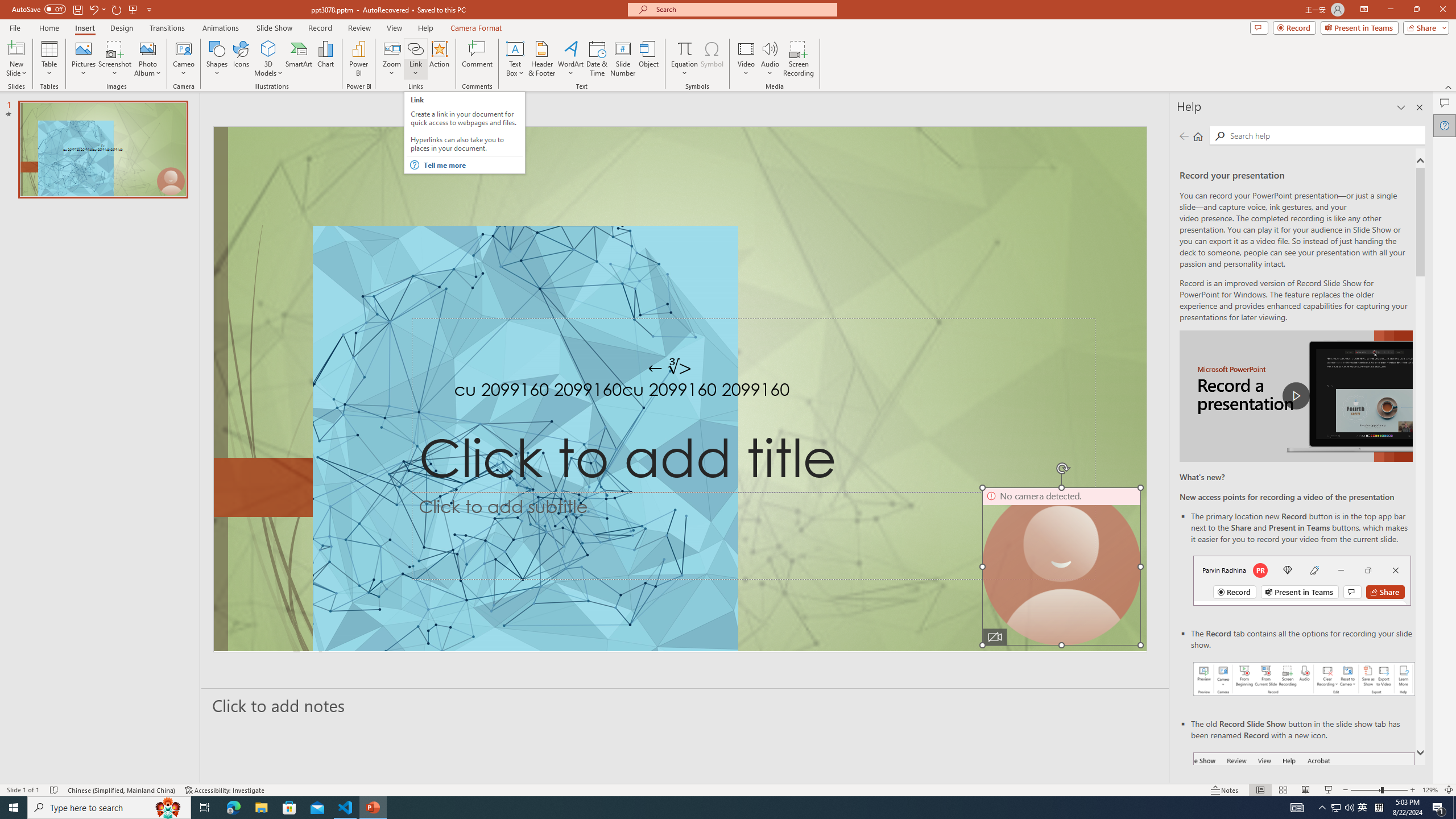  What do you see at coordinates (476, 59) in the screenshot?
I see `'Comment'` at bounding box center [476, 59].